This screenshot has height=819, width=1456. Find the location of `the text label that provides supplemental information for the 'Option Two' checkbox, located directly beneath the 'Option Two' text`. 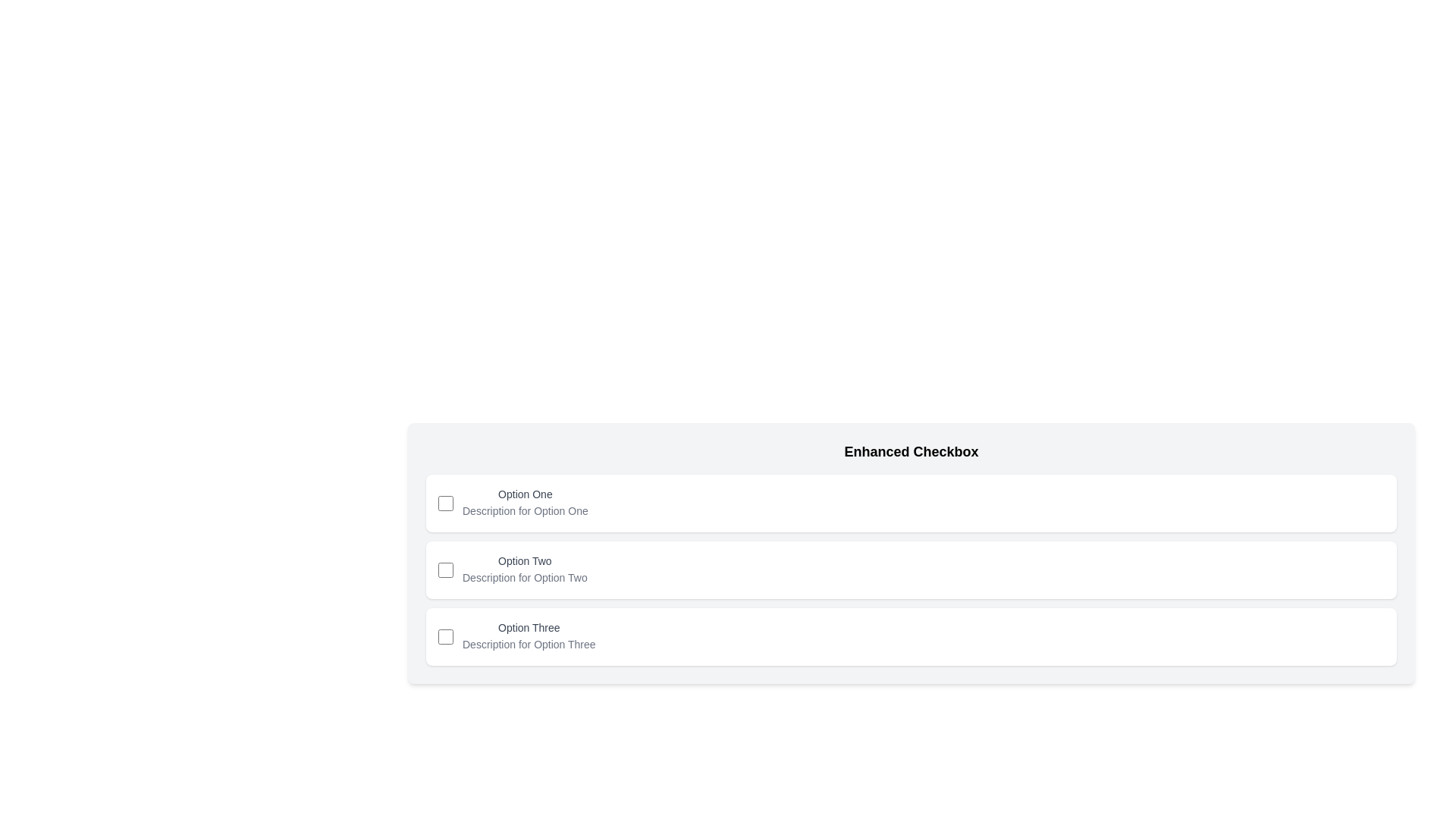

the text label that provides supplemental information for the 'Option Two' checkbox, located directly beneath the 'Option Two' text is located at coordinates (525, 578).